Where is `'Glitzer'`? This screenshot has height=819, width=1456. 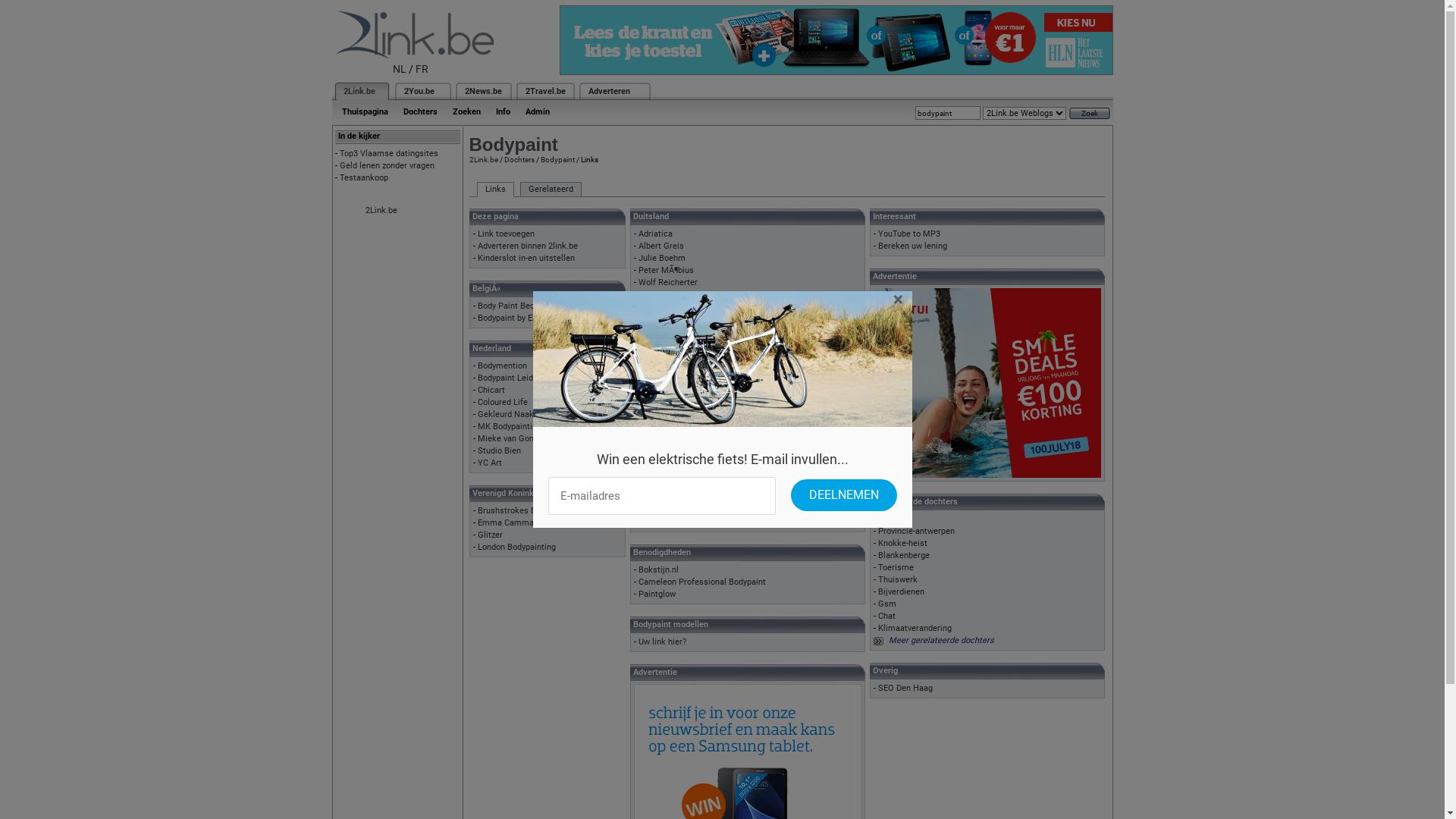 'Glitzer' is located at coordinates (476, 534).